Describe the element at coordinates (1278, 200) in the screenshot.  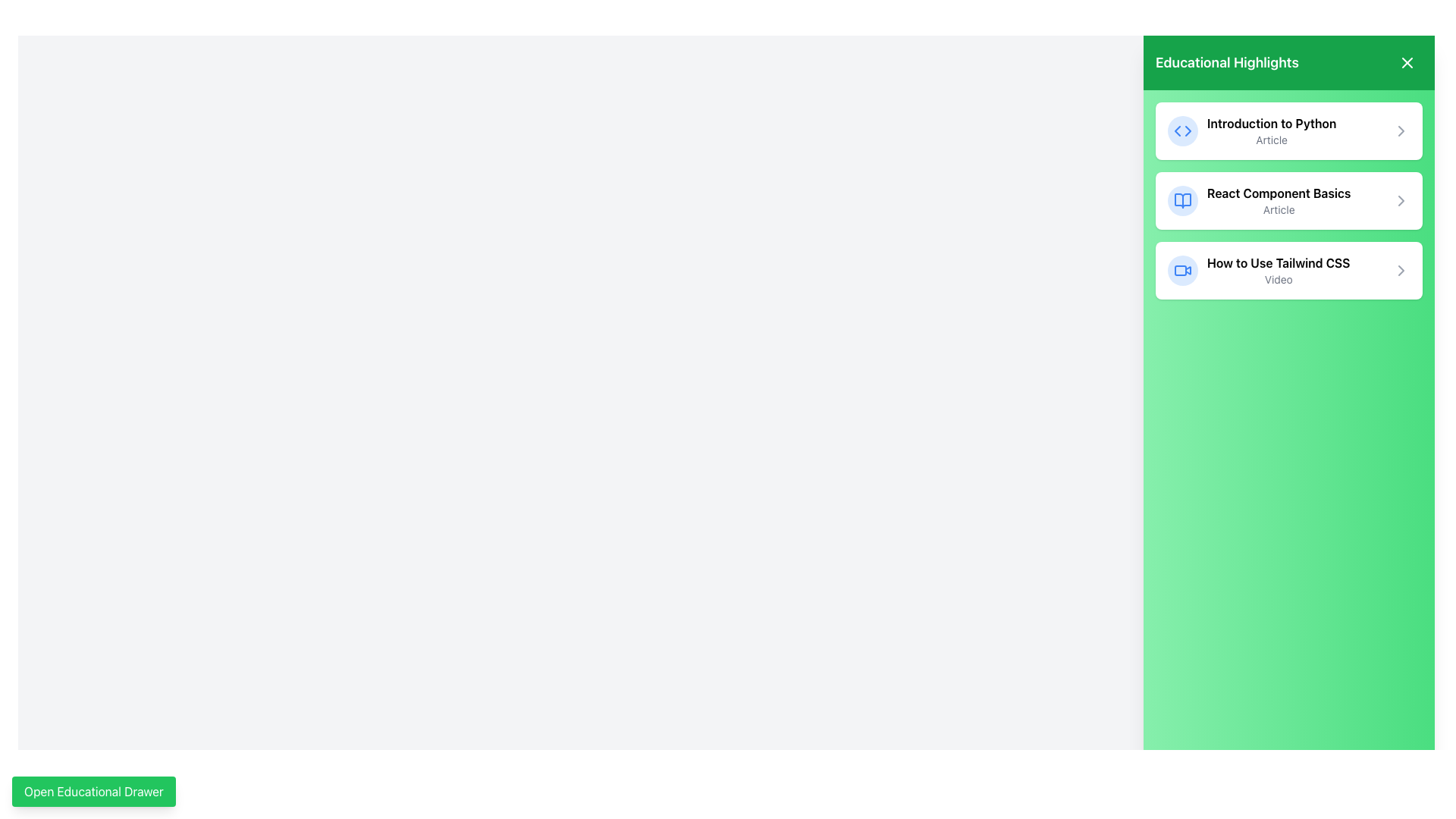
I see `the Text Display Group containing the title 'React Component Basics' and the label 'Article' in the 'Educational Highlights' panel` at that location.